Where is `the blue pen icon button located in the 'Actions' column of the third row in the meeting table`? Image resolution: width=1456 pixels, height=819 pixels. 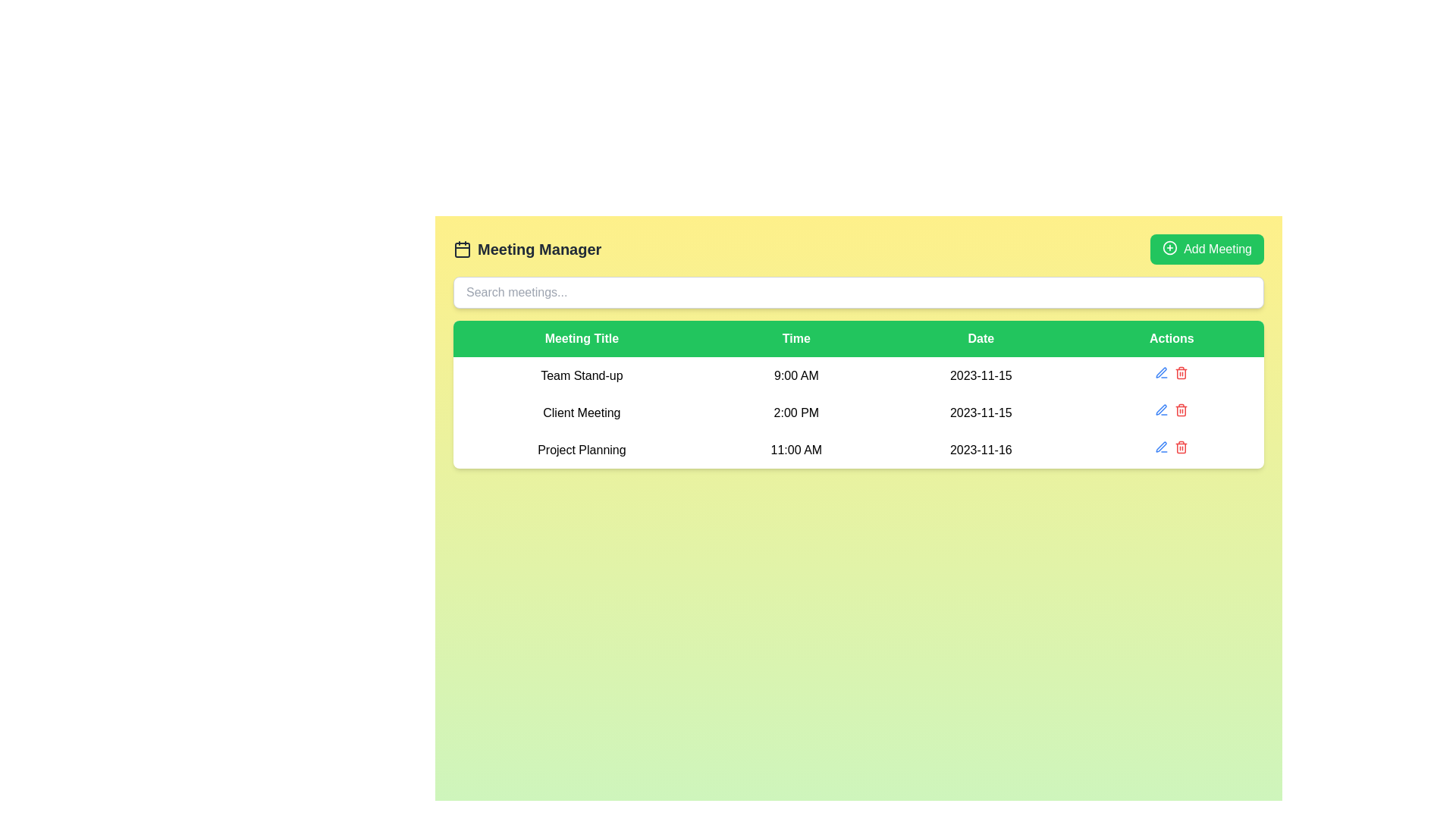 the blue pen icon button located in the 'Actions' column of the third row in the meeting table is located at coordinates (1161, 447).